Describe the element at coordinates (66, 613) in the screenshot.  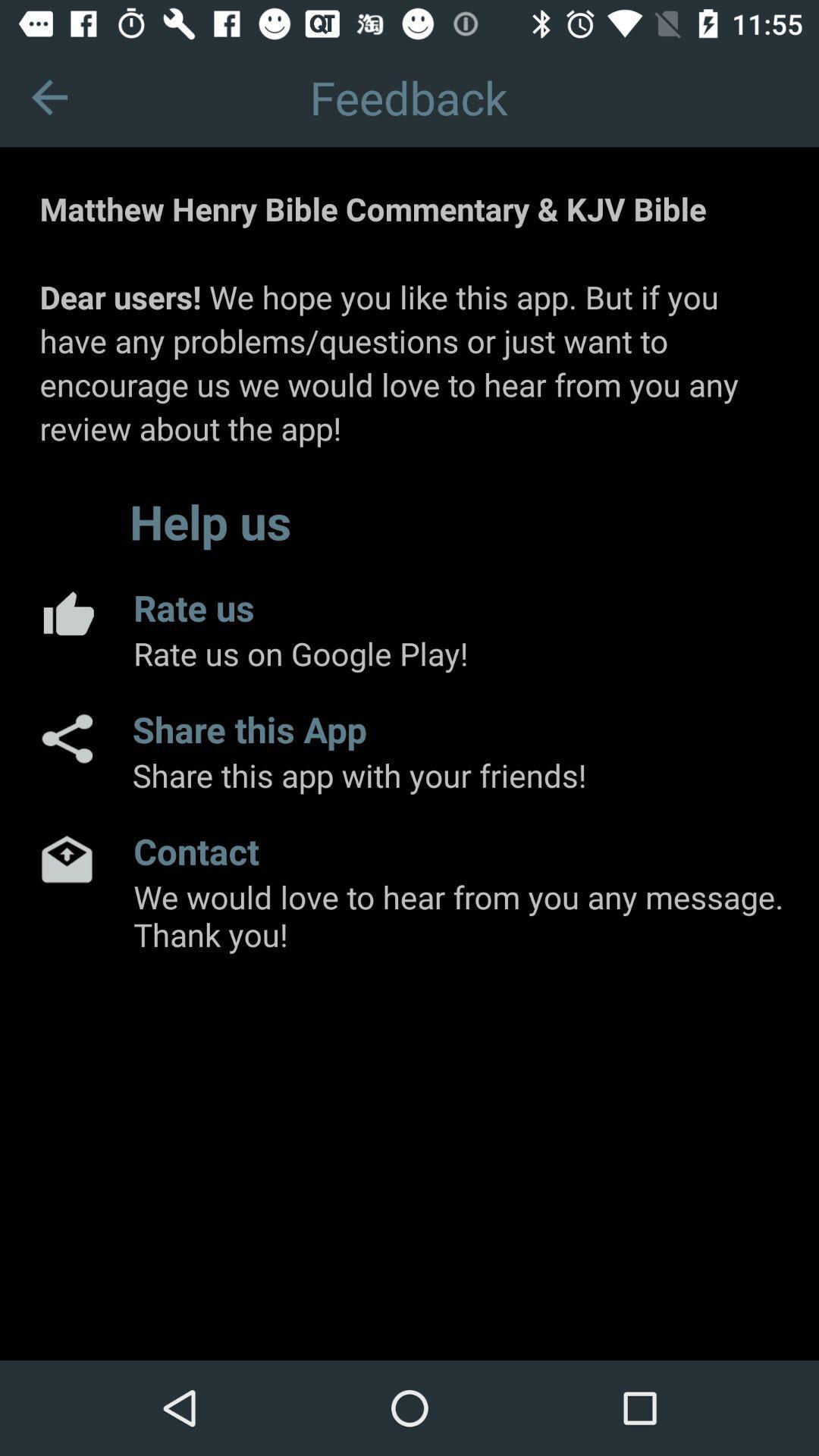
I see `the thumbs_up icon` at that location.